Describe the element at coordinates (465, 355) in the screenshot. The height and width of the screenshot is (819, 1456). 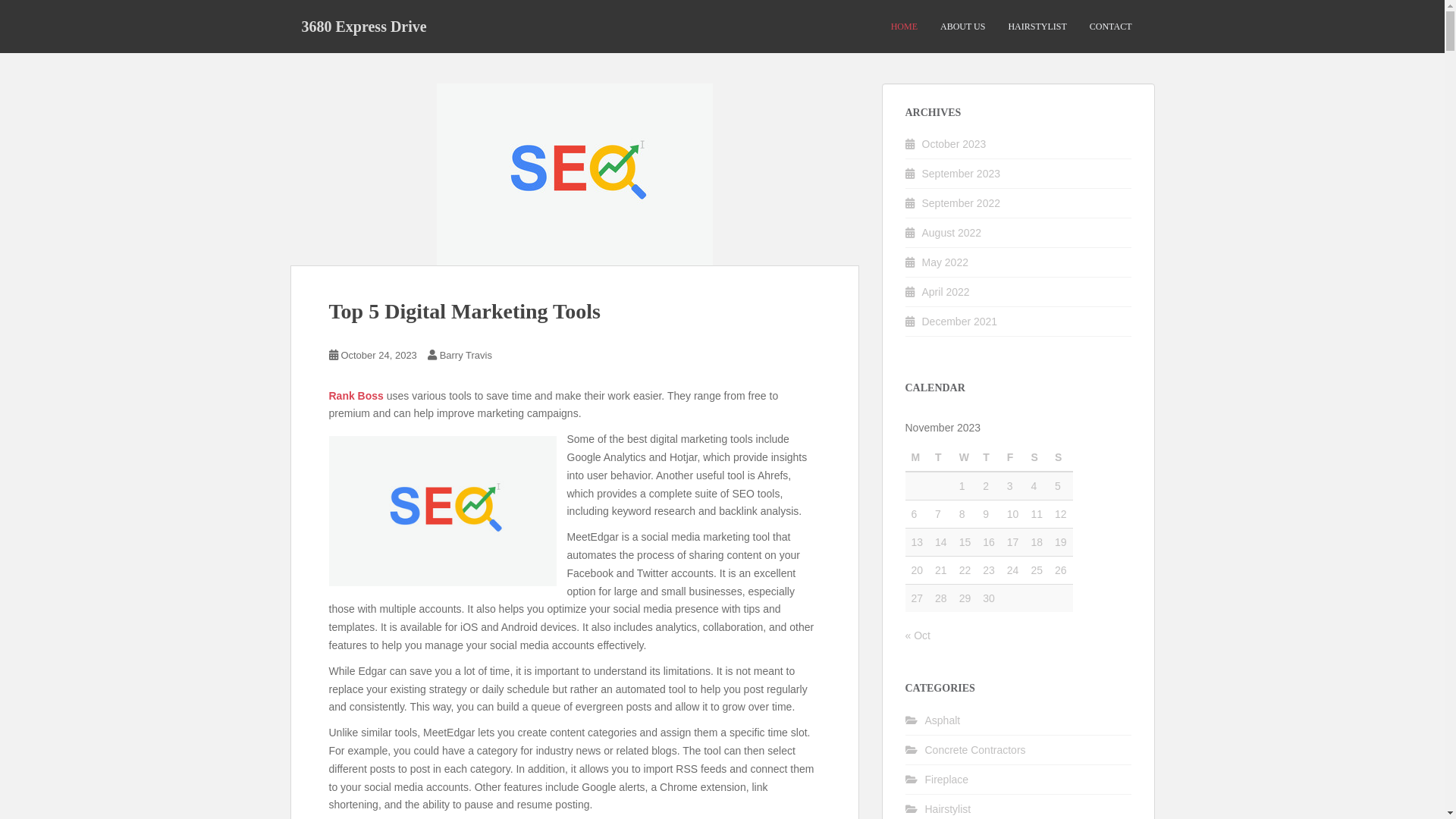
I see `'Barry Travis'` at that location.